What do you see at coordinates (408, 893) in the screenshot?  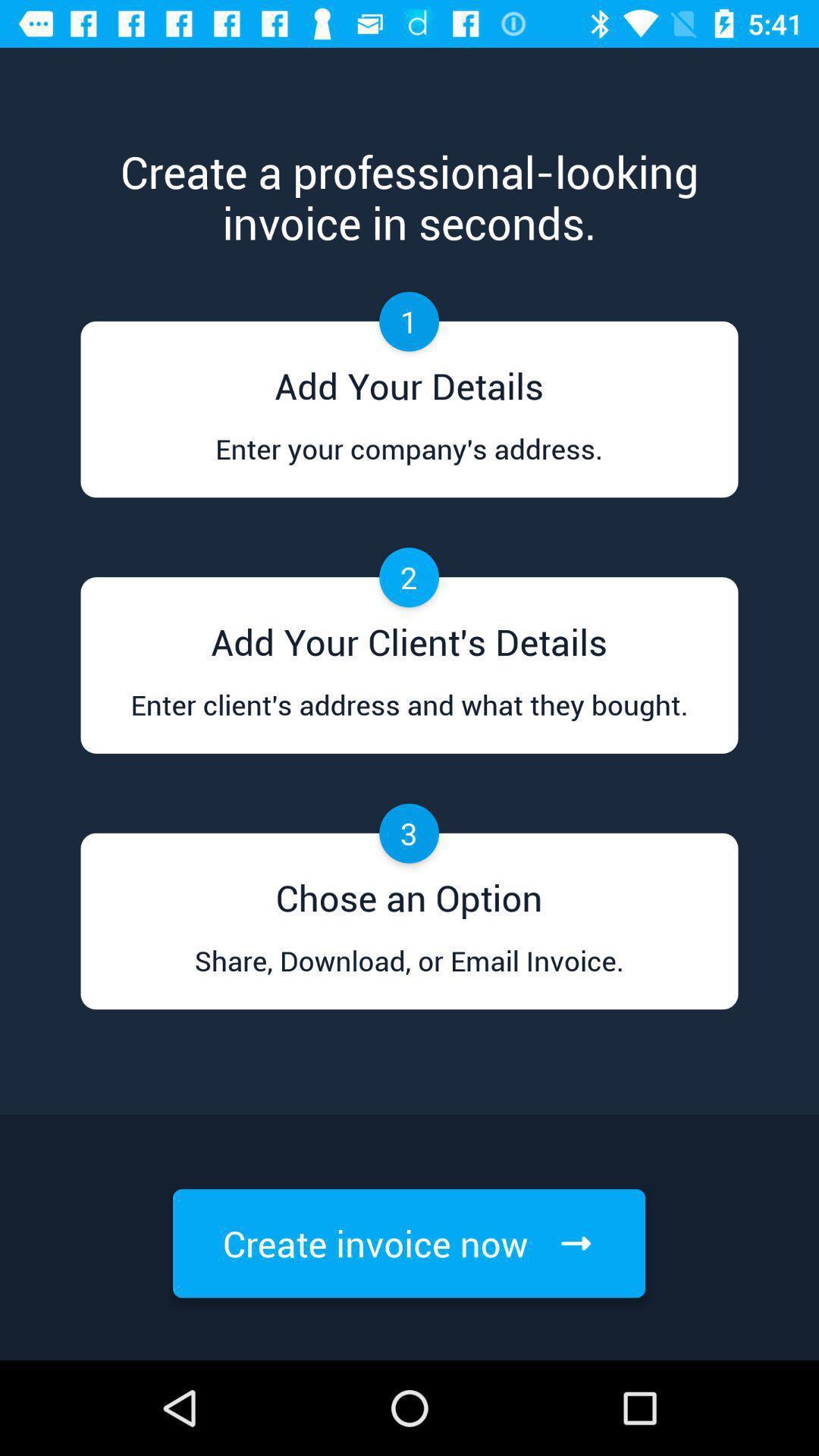 I see `chose an option` at bounding box center [408, 893].